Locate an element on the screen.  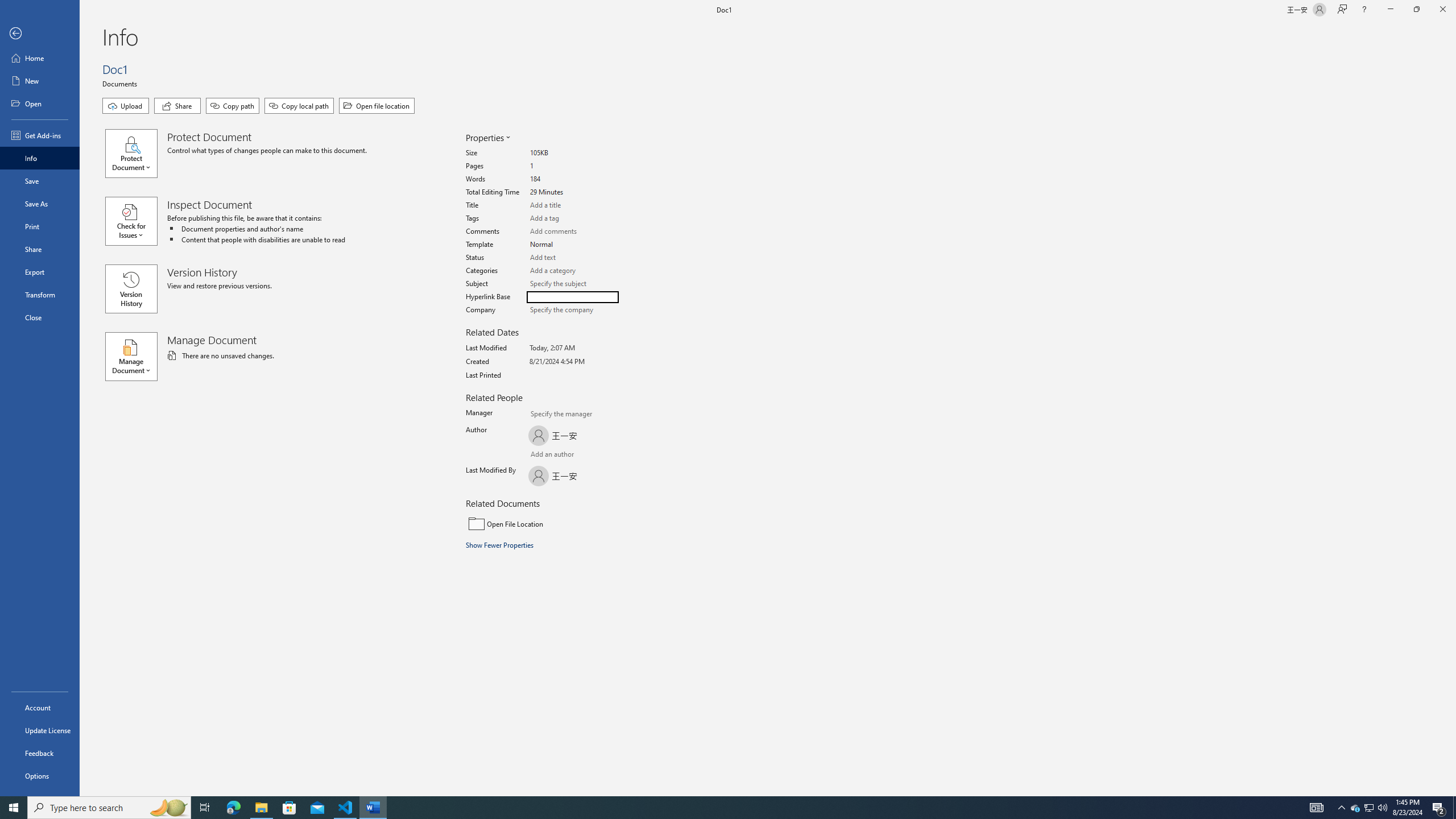
'Comments' is located at coordinates (572, 231).